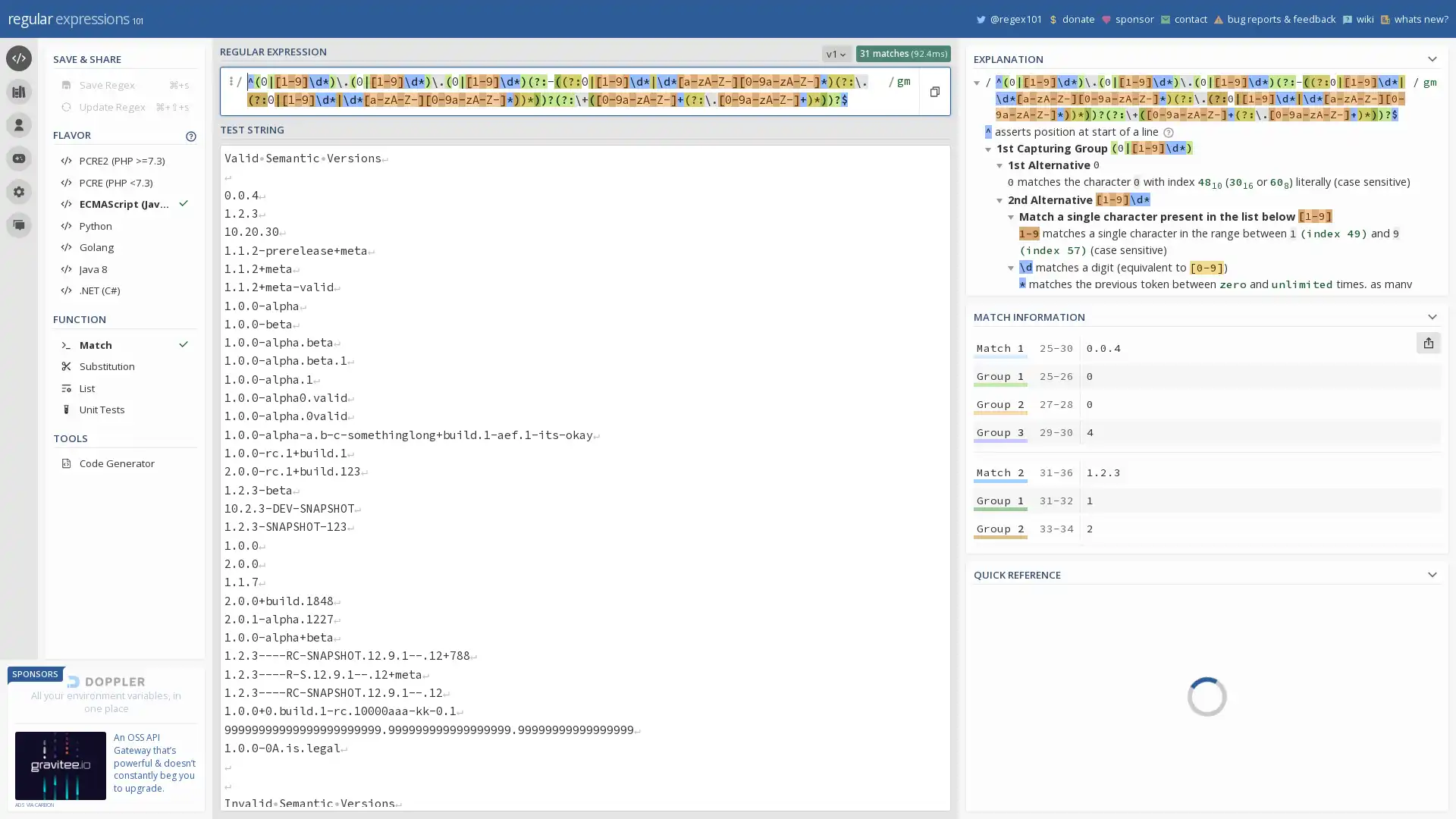 The height and width of the screenshot is (819, 1456). What do you see at coordinates (1427, 342) in the screenshot?
I see `Export Matches` at bounding box center [1427, 342].